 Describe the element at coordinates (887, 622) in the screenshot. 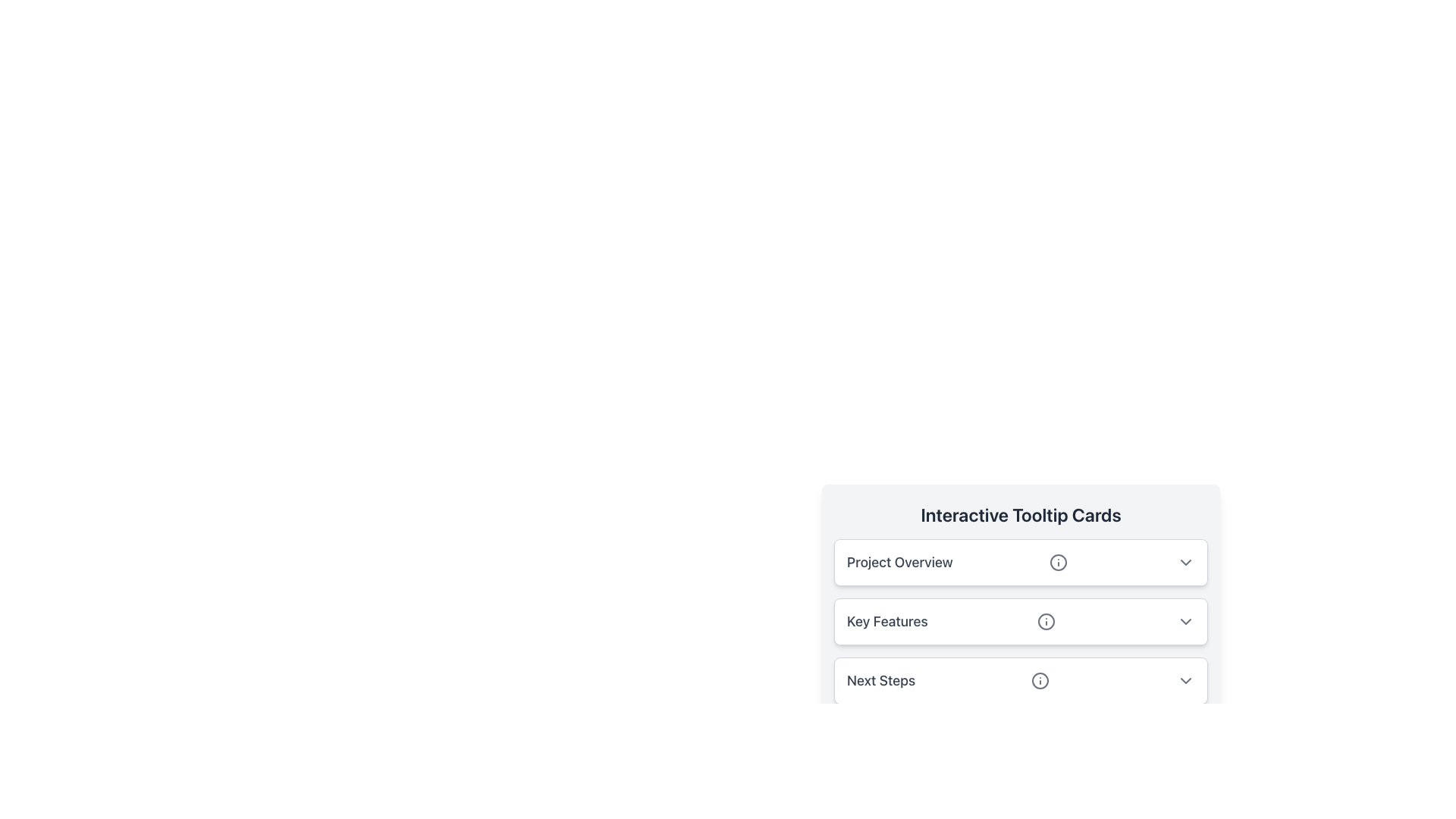

I see `the text label 'Key Features' which is styled with a larger font size and dark gray color, located within an interactive card row aligned to the left` at that location.